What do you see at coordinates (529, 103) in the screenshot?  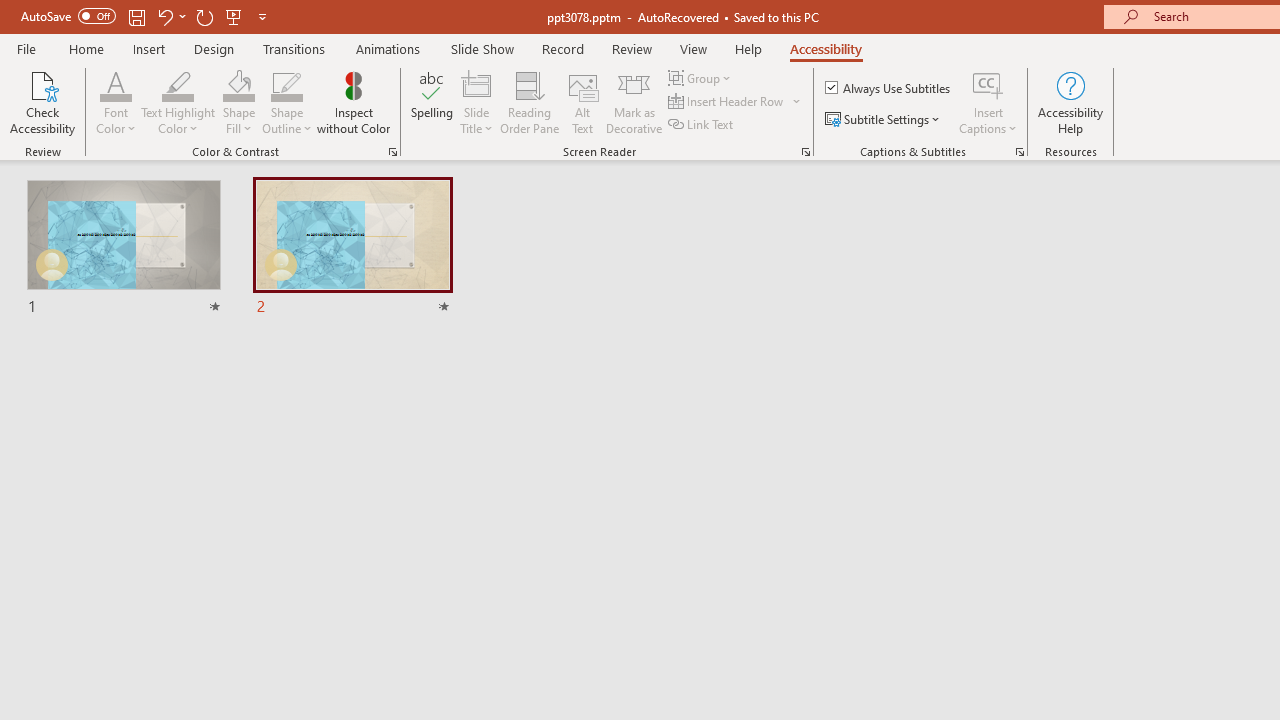 I see `'Reading Order Pane'` at bounding box center [529, 103].